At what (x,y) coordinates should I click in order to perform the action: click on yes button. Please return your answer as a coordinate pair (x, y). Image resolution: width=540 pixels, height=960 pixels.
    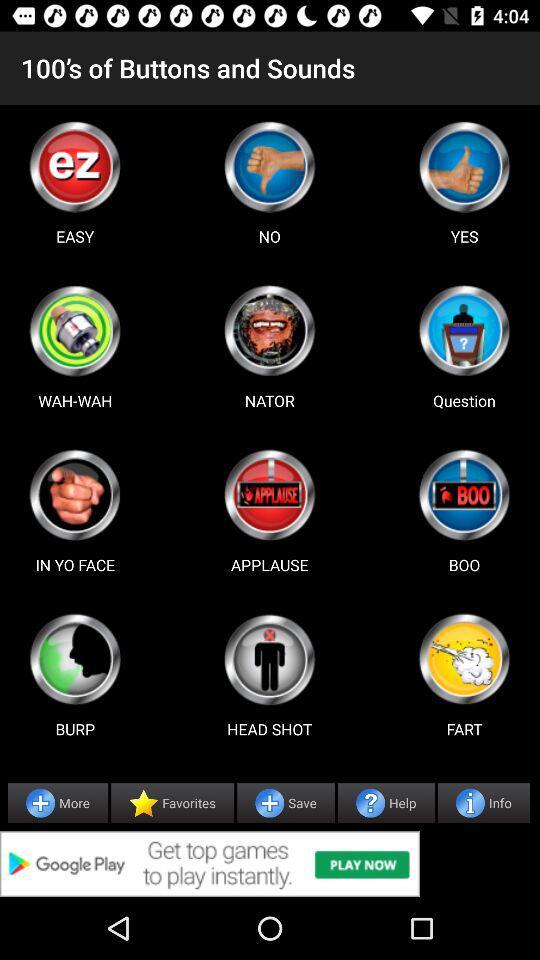
    Looking at the image, I should click on (464, 165).